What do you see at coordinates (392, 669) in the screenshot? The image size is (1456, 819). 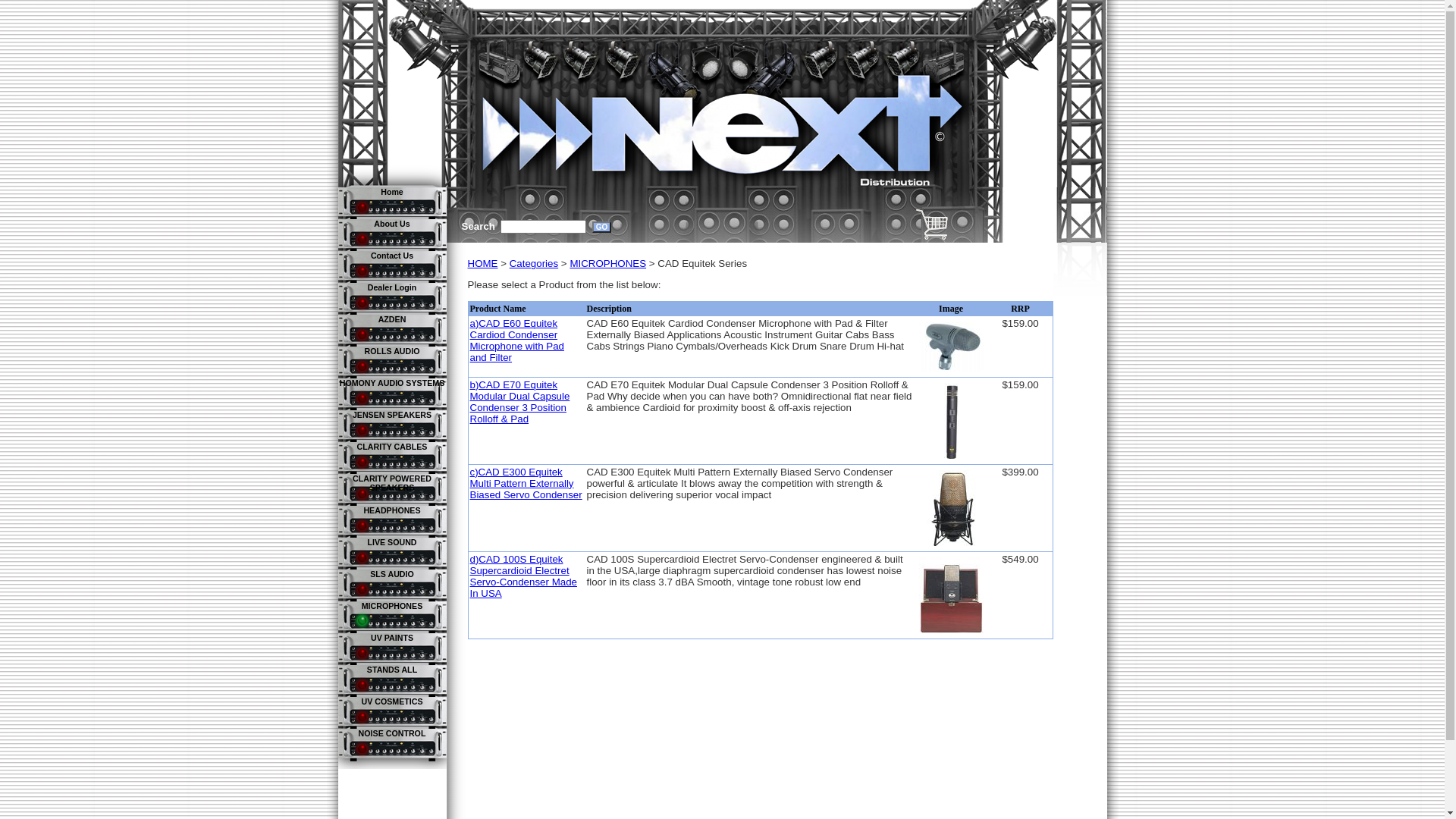 I see `'STANDS ALL'` at bounding box center [392, 669].